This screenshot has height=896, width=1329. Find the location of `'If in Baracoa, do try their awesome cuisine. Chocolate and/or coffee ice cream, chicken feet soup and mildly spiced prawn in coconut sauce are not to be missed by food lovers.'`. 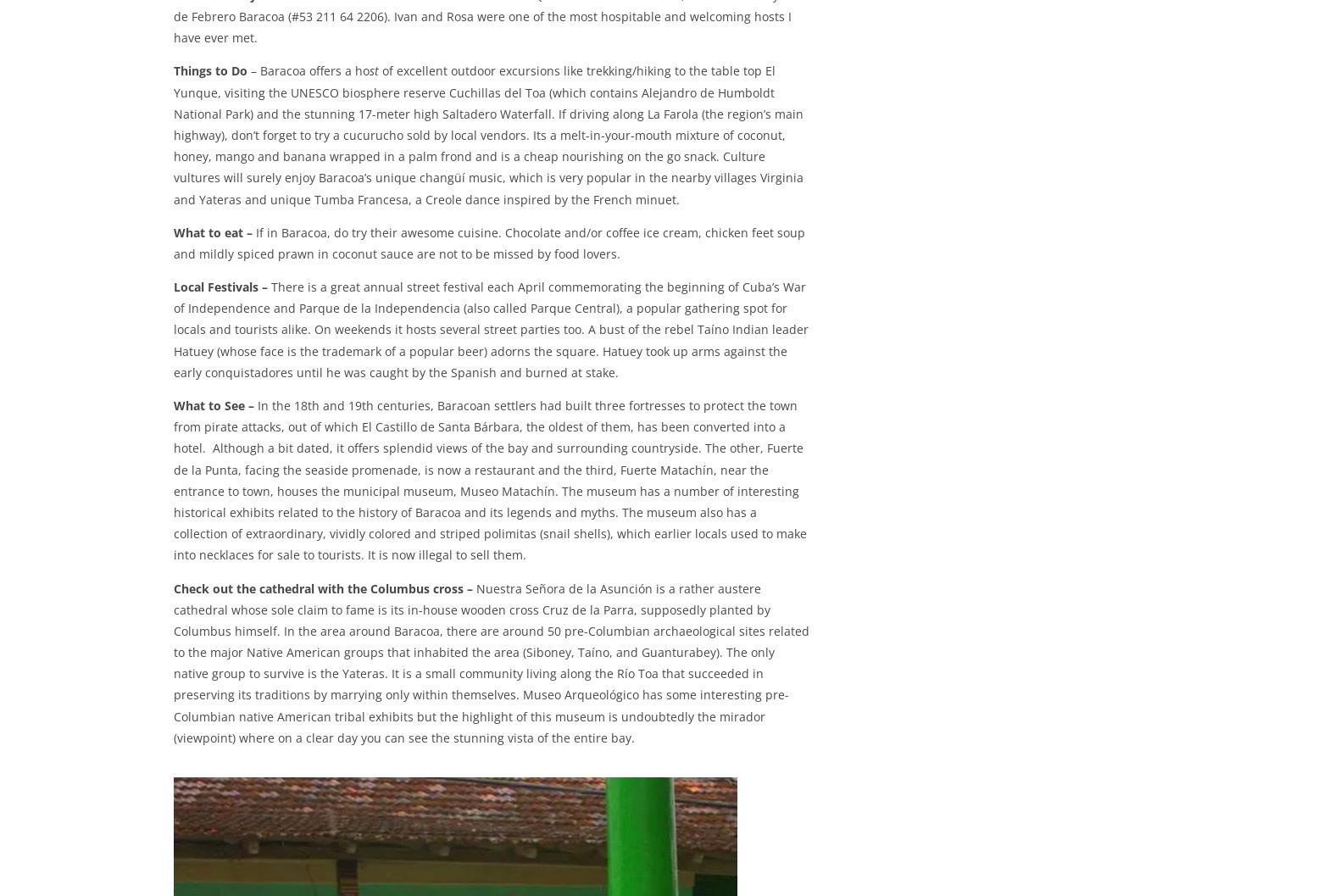

'If in Baracoa, do try their awesome cuisine. Chocolate and/or coffee ice cream, chicken feet soup and mildly spiced prawn in coconut sauce are not to be missed by food lovers.' is located at coordinates (489, 243).